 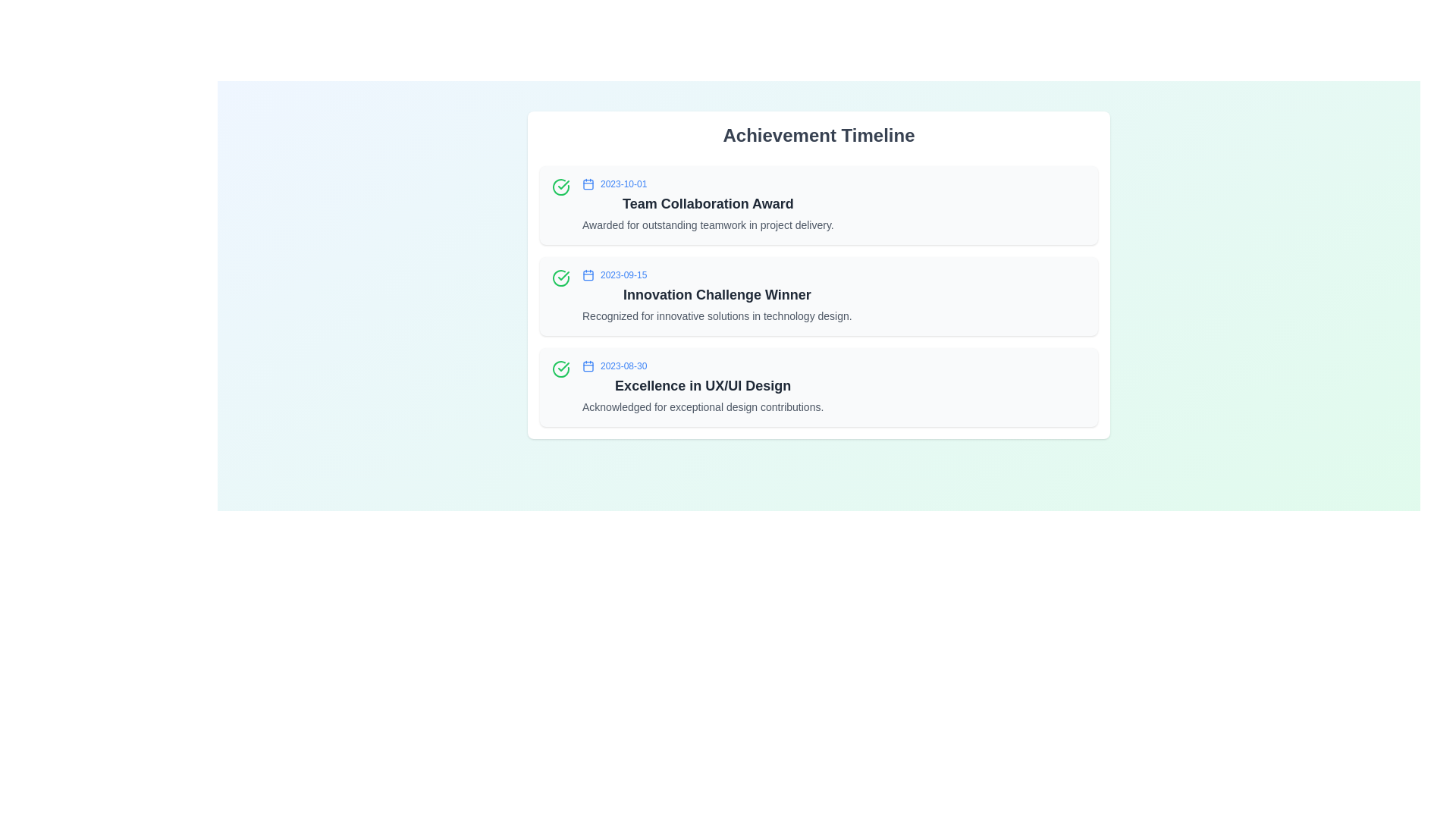 I want to click on the visual state of the green circular SVG icon with a checkmark, which is part of the Achievement Timeline, located to the left of the text '2023-09-15 Innovation Challenge Winner', so click(x=560, y=278).